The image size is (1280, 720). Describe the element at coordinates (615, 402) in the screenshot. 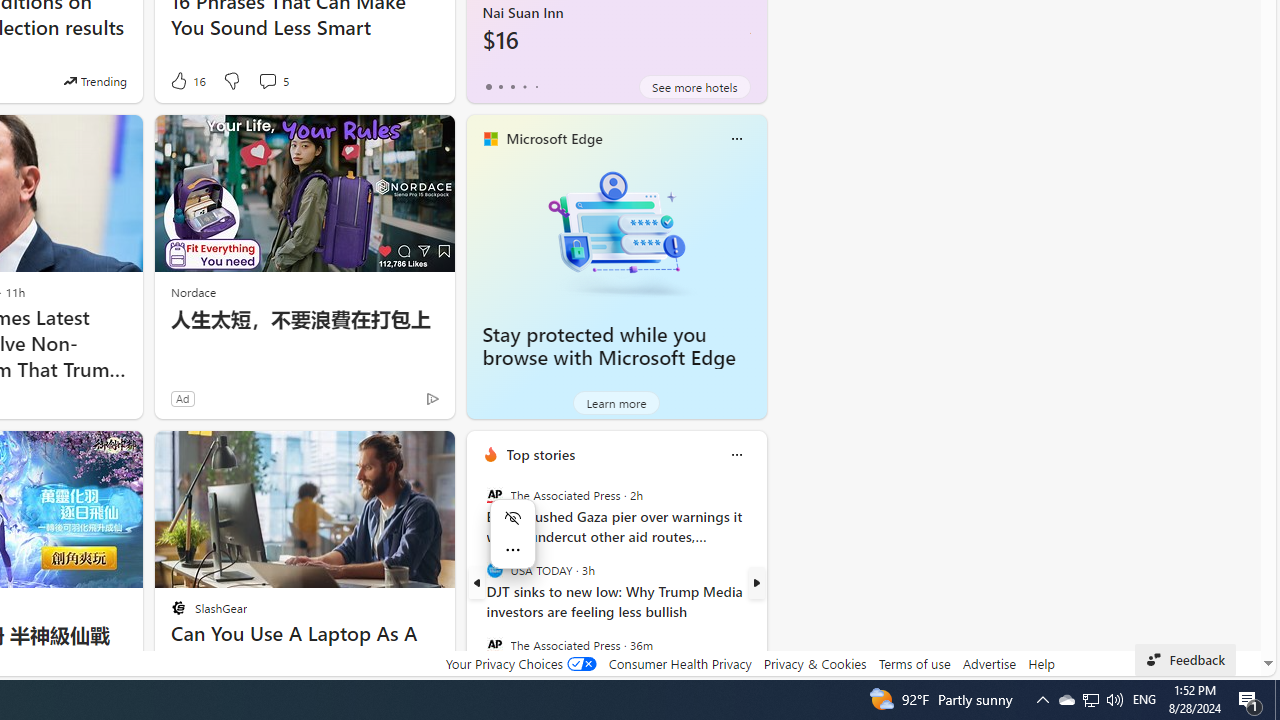

I see `'Learn more'` at that location.